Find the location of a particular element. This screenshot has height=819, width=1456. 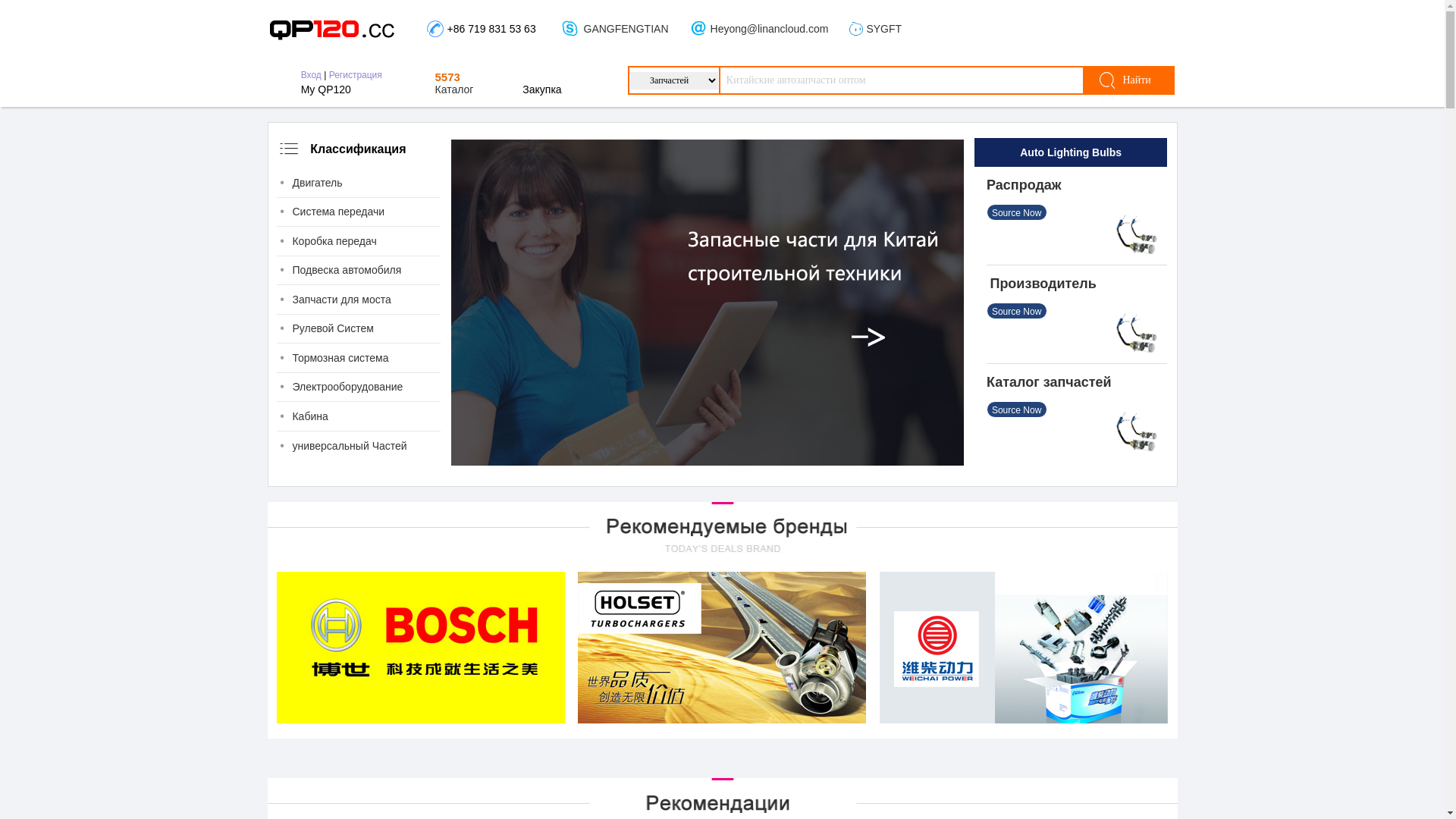

'SYGFT' is located at coordinates (883, 29).